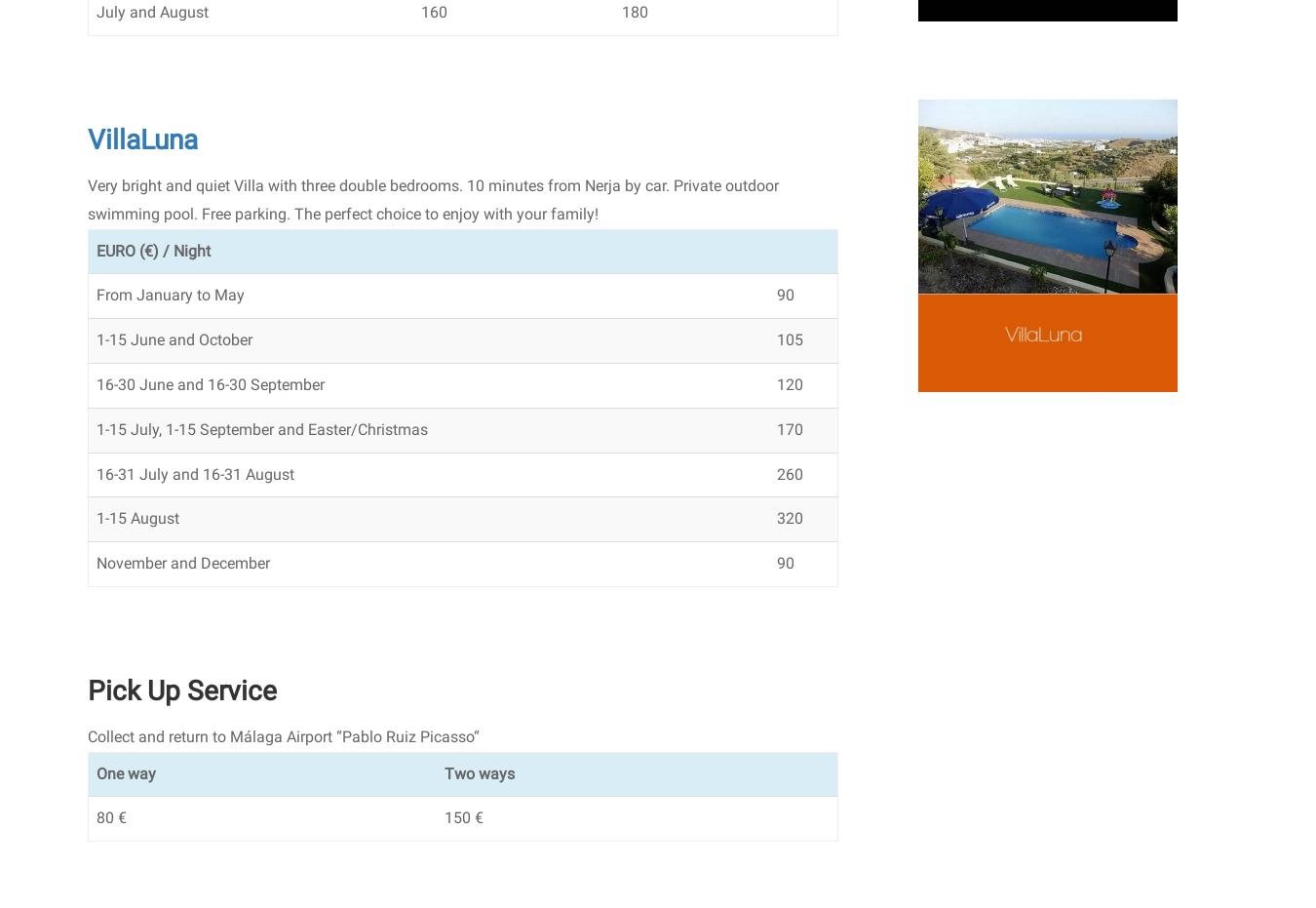  I want to click on '160', so click(433, 11).